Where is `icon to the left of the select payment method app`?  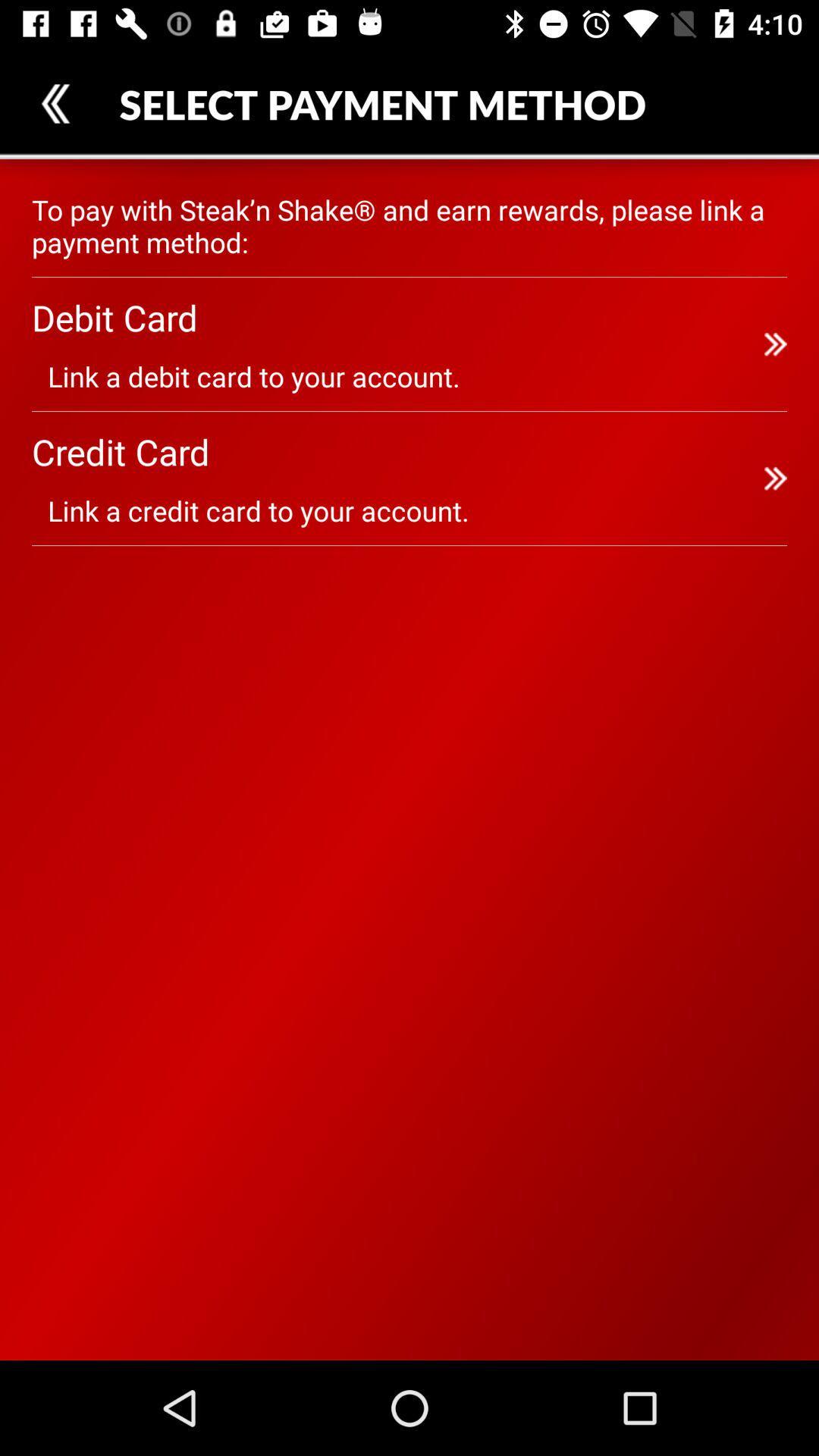
icon to the left of the select payment method app is located at coordinates (55, 102).